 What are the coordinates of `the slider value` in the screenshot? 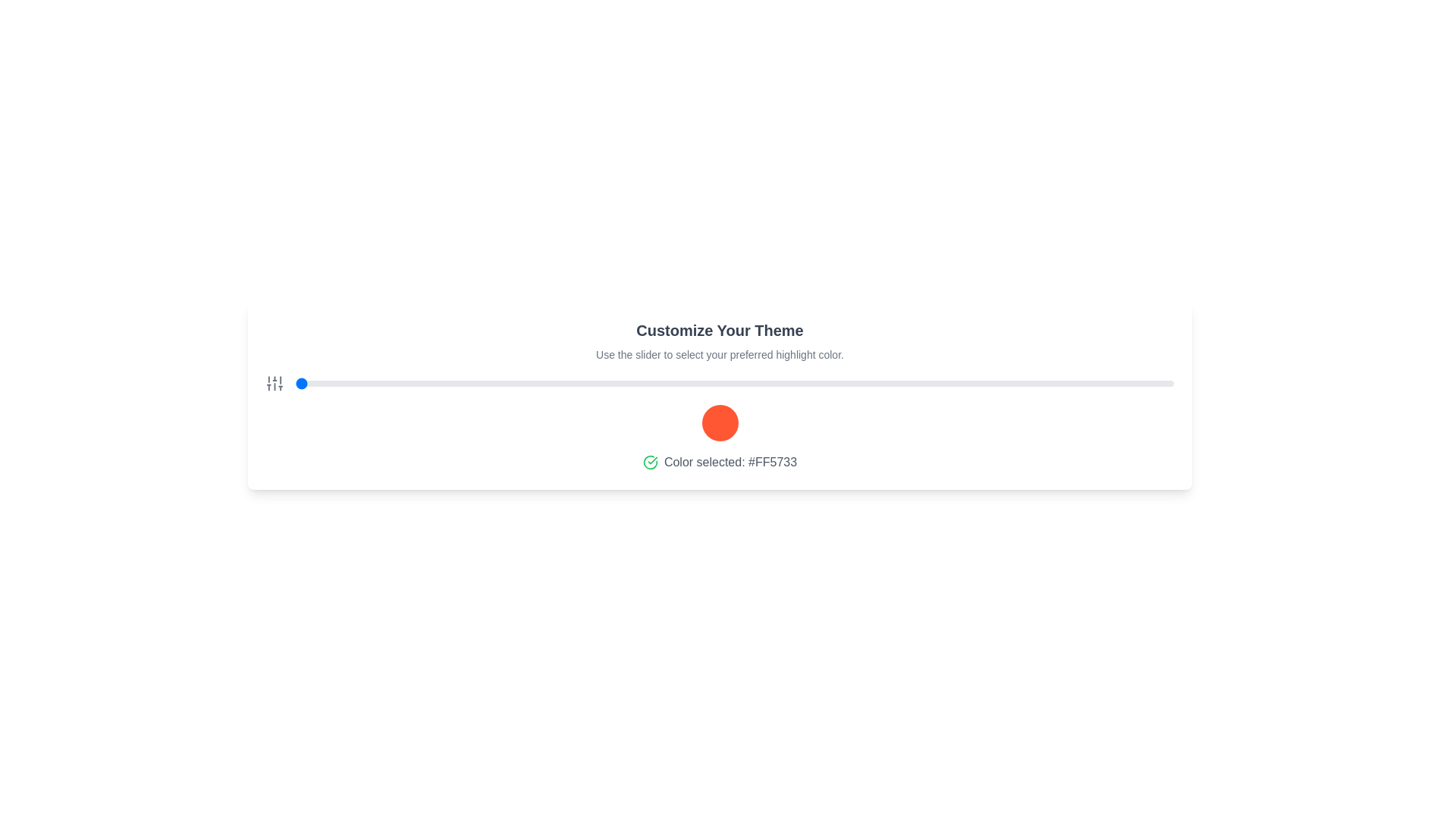 It's located at (1137, 382).